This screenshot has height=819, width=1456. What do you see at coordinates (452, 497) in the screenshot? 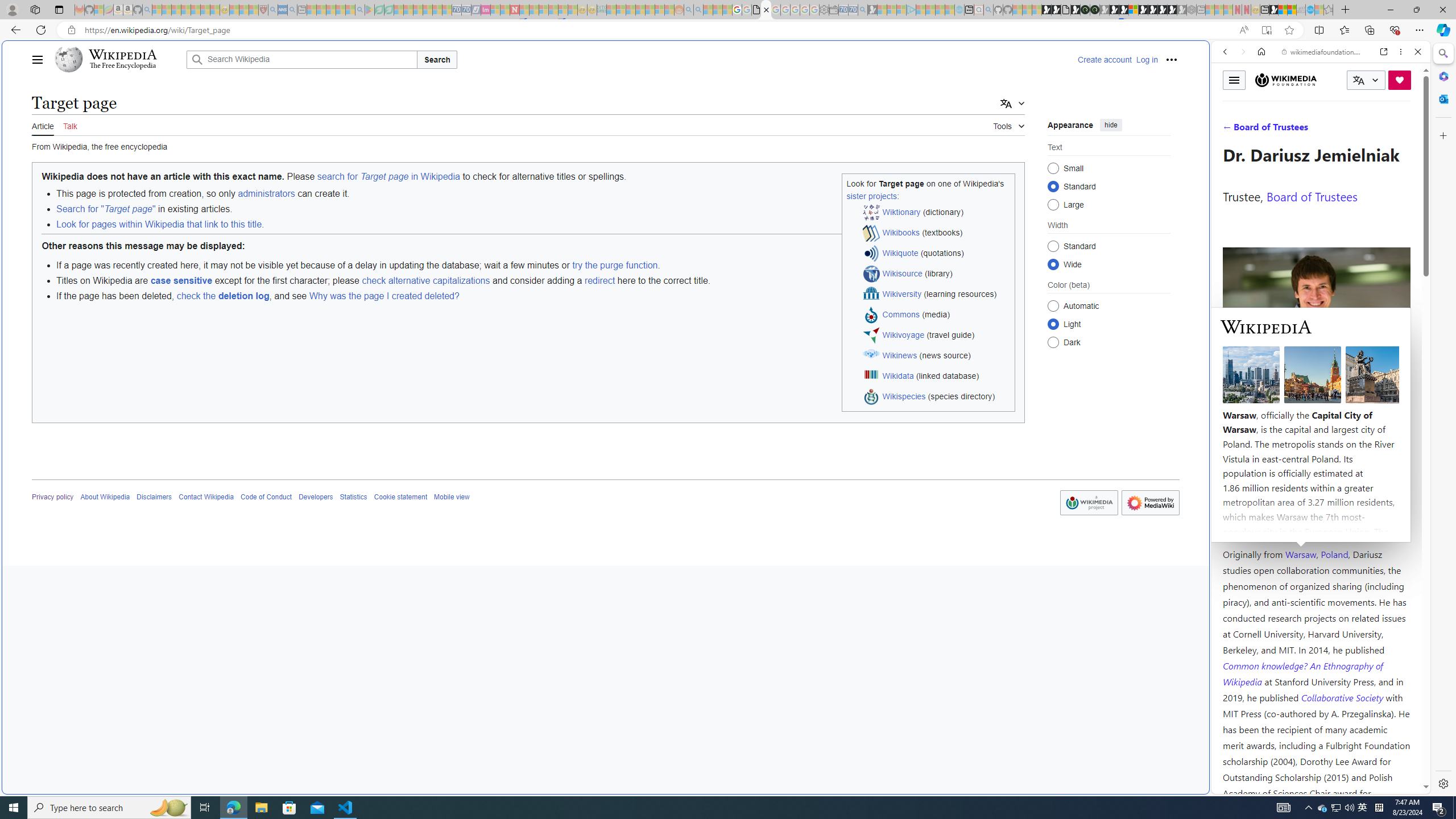
I see `'Mobile view'` at bounding box center [452, 497].